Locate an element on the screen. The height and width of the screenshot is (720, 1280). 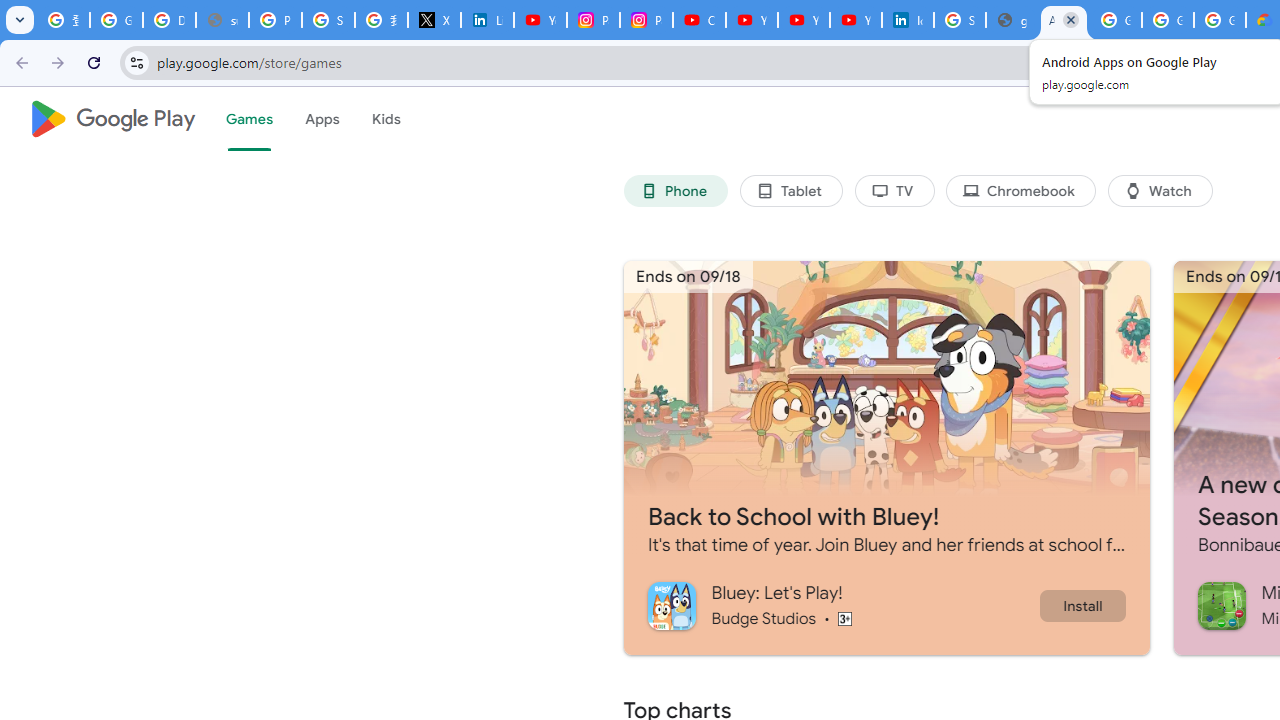
'Privacy Help Center - Policies Help' is located at coordinates (274, 20).